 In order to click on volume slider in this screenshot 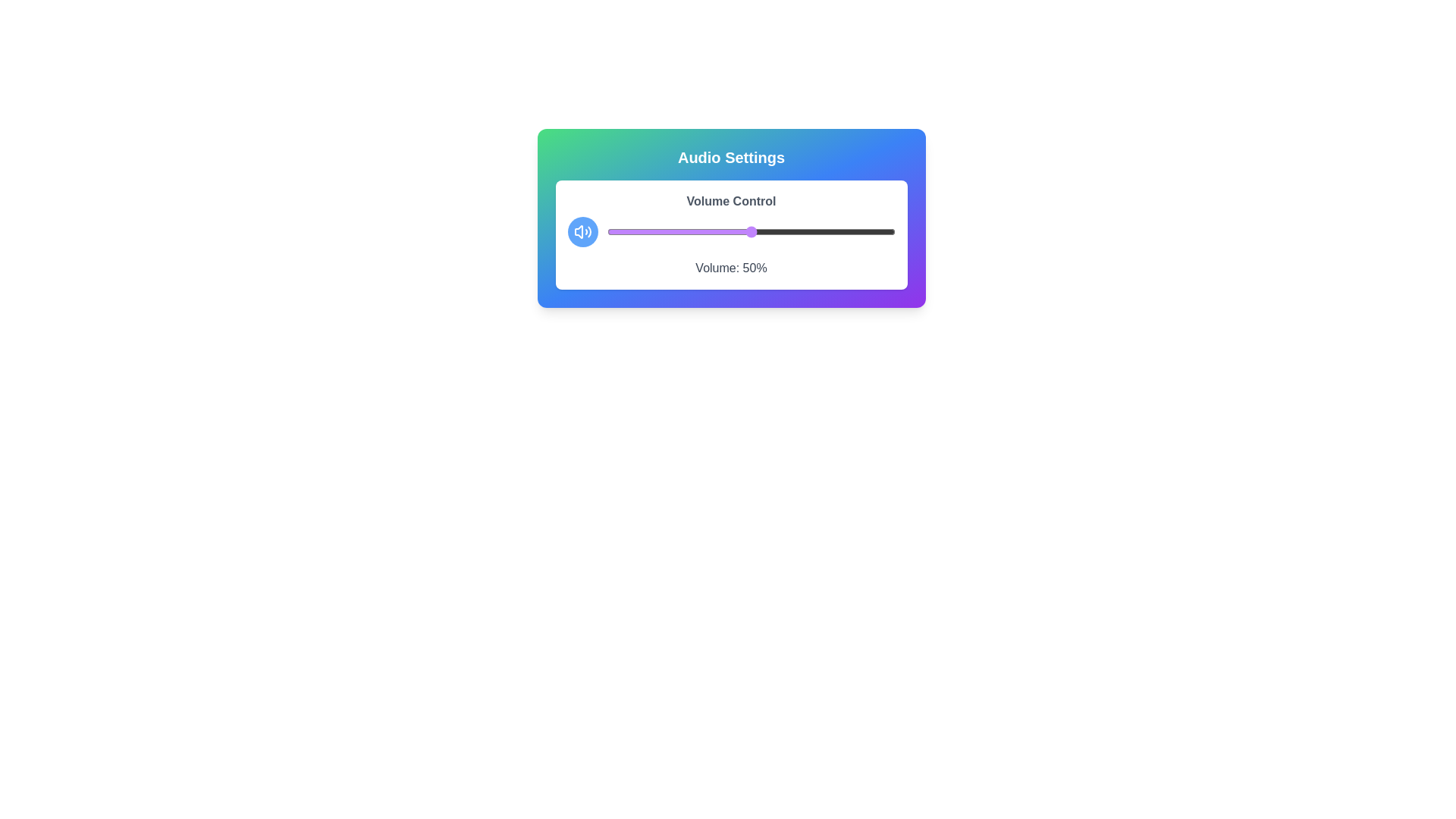, I will do `click(866, 231)`.